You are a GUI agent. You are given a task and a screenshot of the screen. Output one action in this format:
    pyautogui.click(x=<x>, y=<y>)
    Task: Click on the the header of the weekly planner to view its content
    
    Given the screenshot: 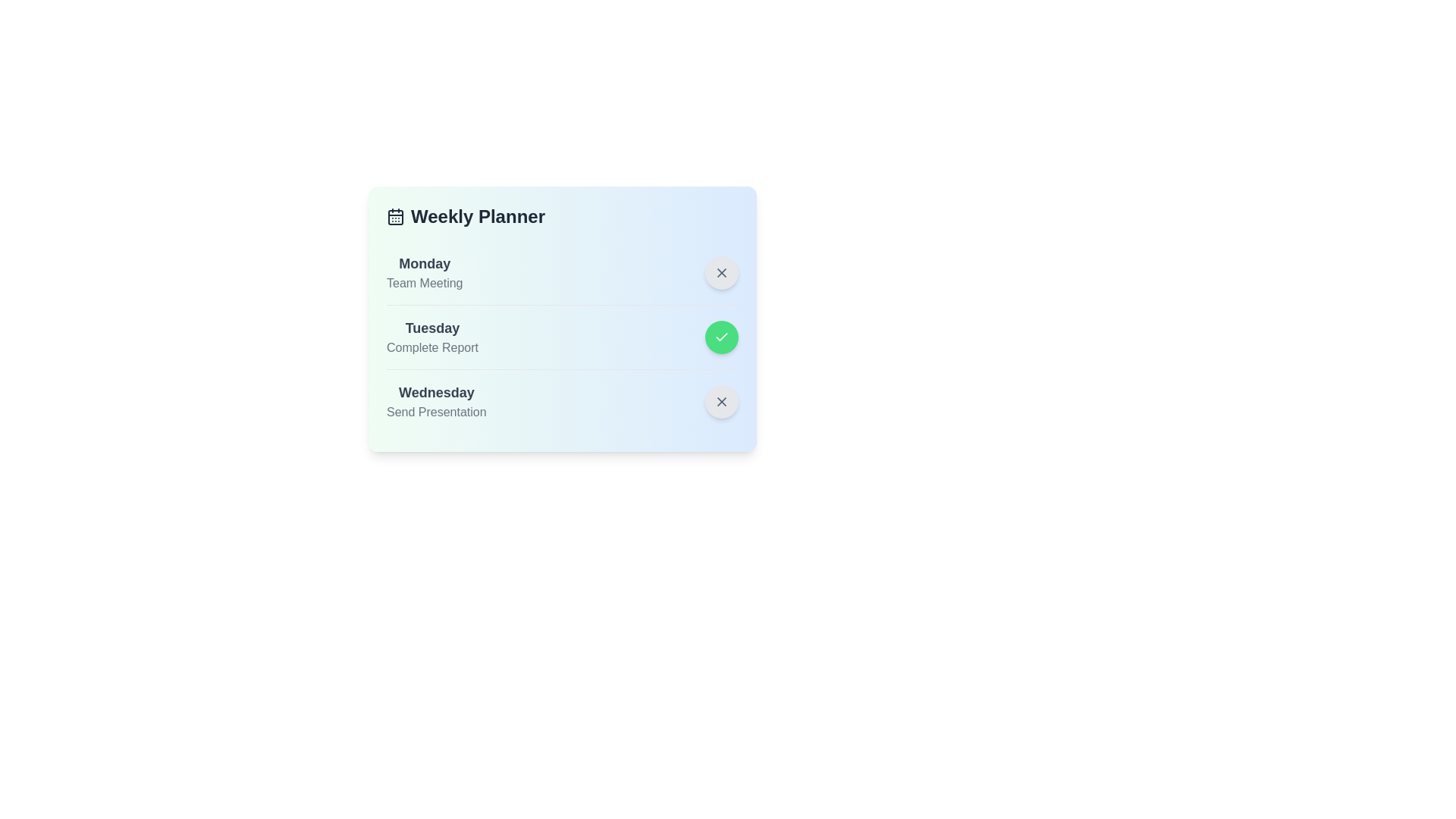 What is the action you would take?
    pyautogui.click(x=562, y=216)
    